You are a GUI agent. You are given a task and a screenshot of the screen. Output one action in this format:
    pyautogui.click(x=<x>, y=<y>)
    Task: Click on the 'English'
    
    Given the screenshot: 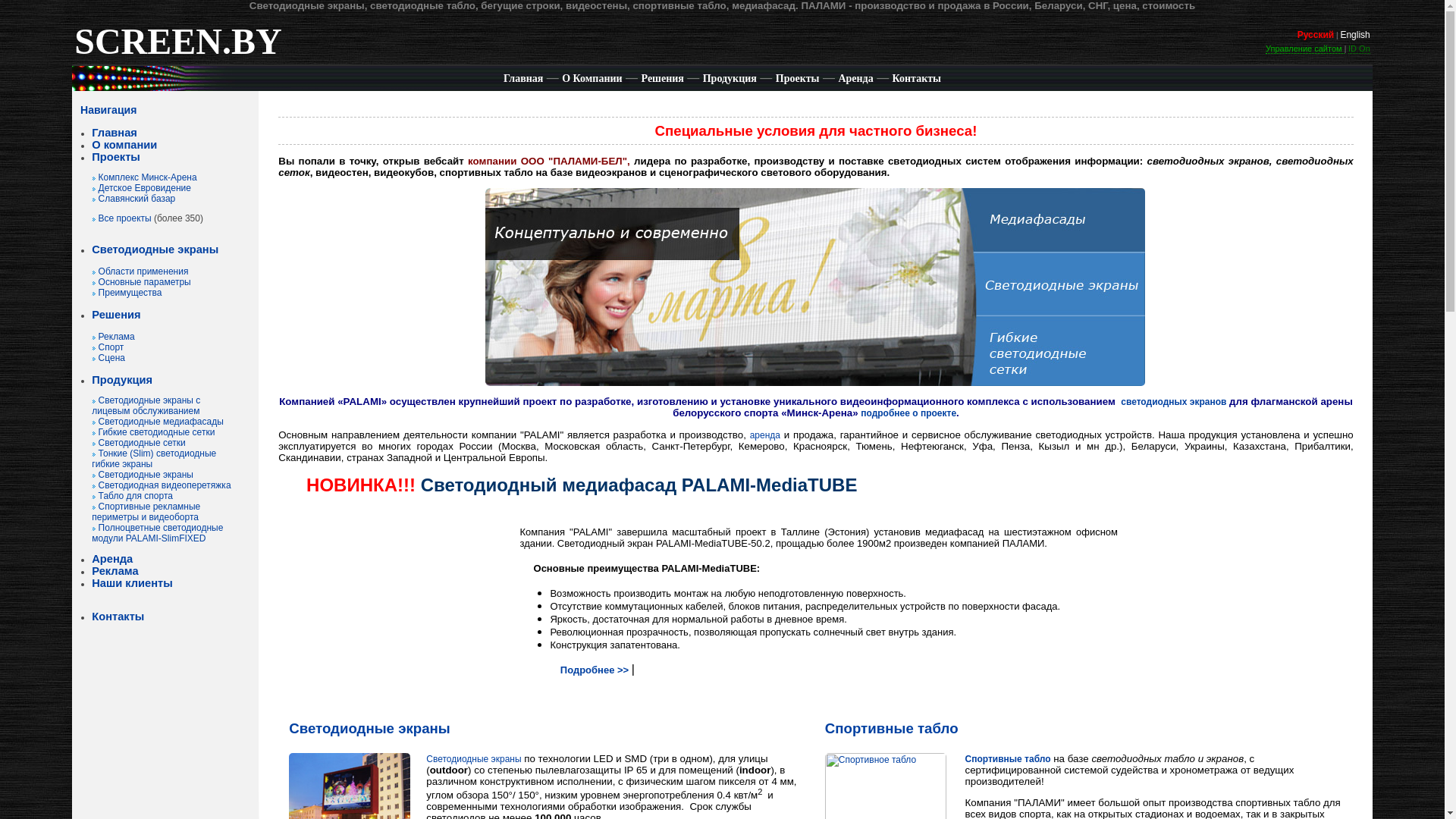 What is the action you would take?
    pyautogui.click(x=1354, y=34)
    